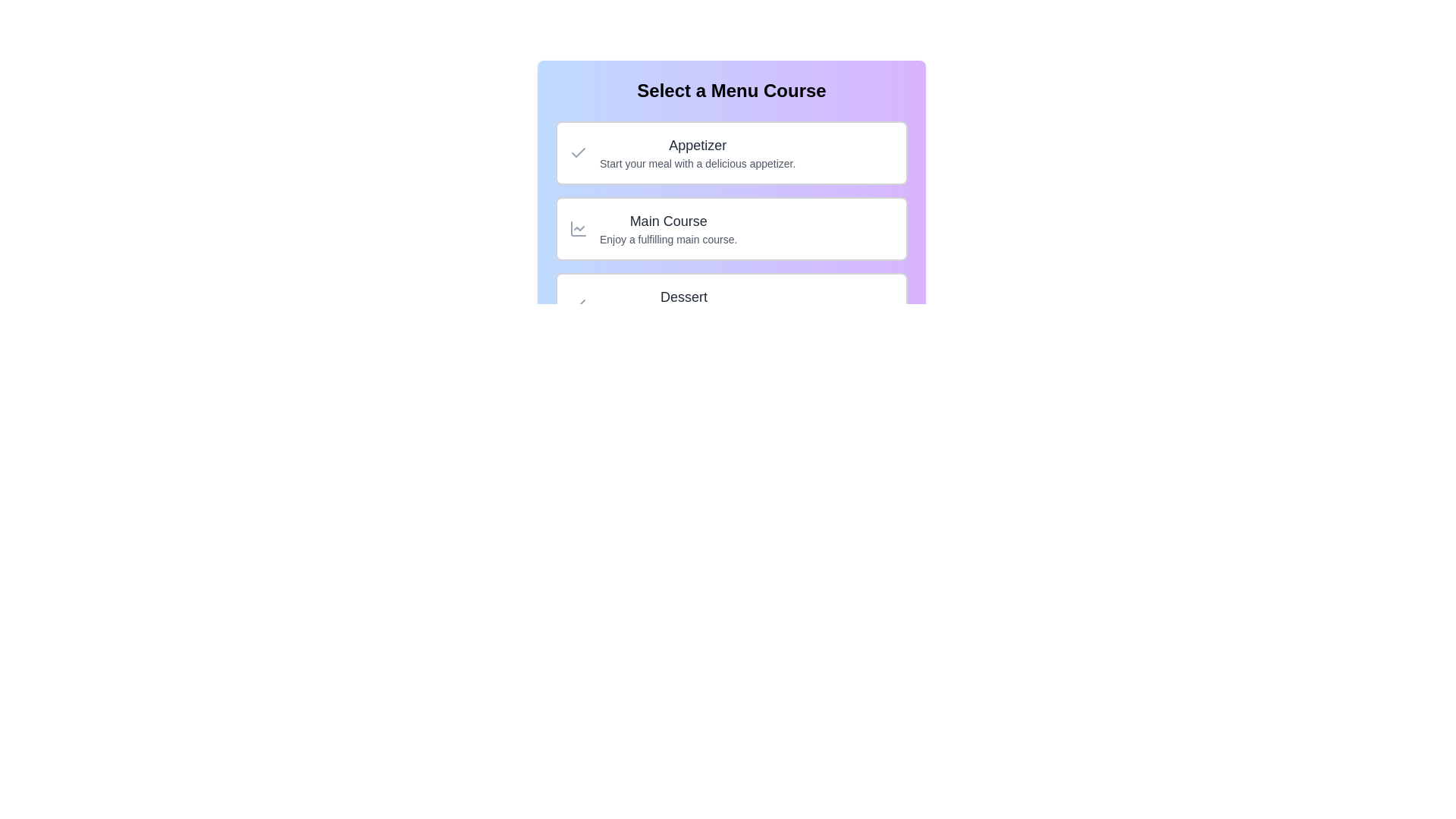  Describe the element at coordinates (682, 297) in the screenshot. I see `the Text Label that serves as the header for the 'Dessert' menu section, which is positioned in the bottom section of the panel containing selectable menu options` at that location.